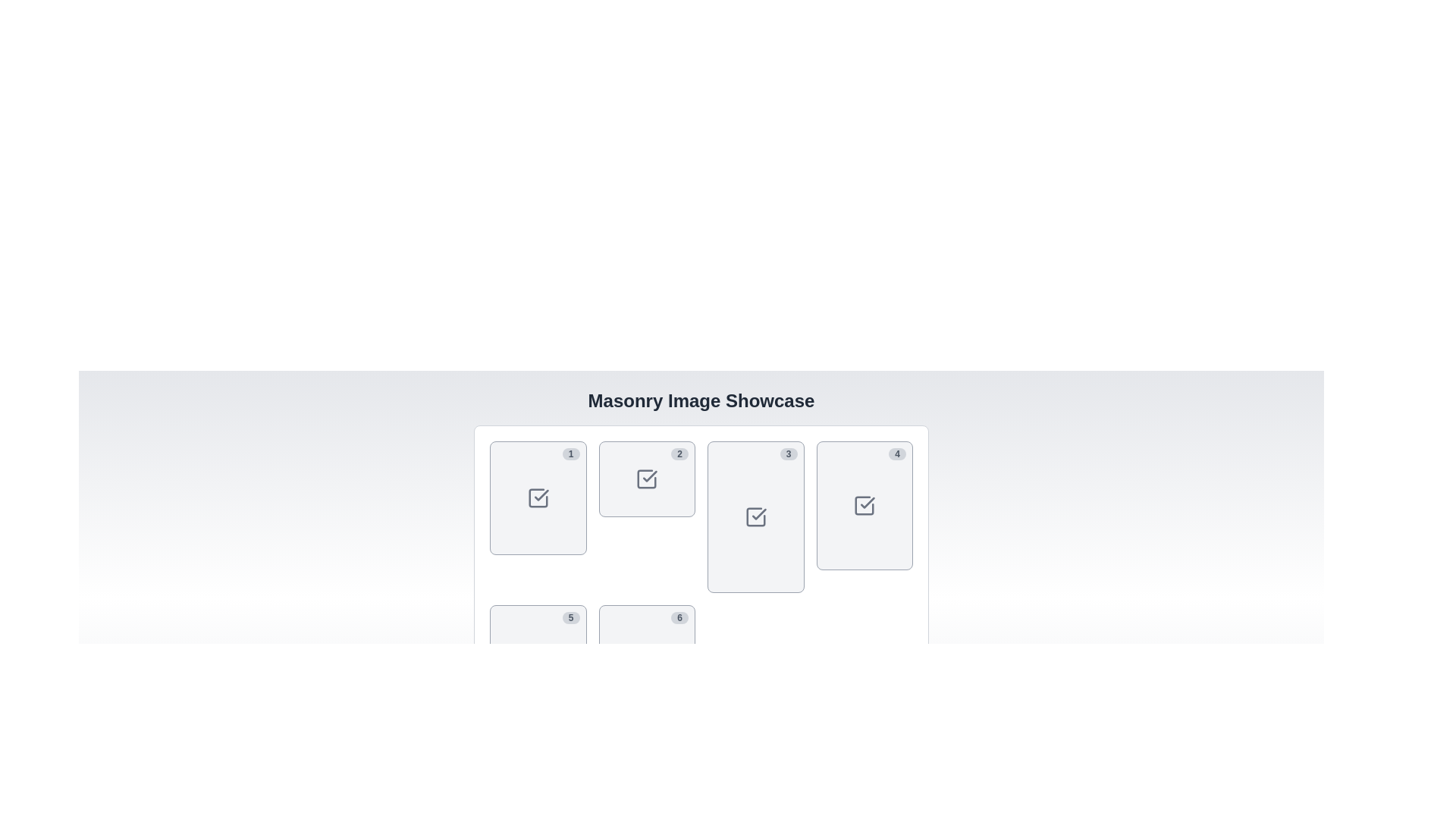  Describe the element at coordinates (755, 516) in the screenshot. I see `the checkbox with a gray outline and a checkmark symbol, which is the third element in a grid layout` at that location.